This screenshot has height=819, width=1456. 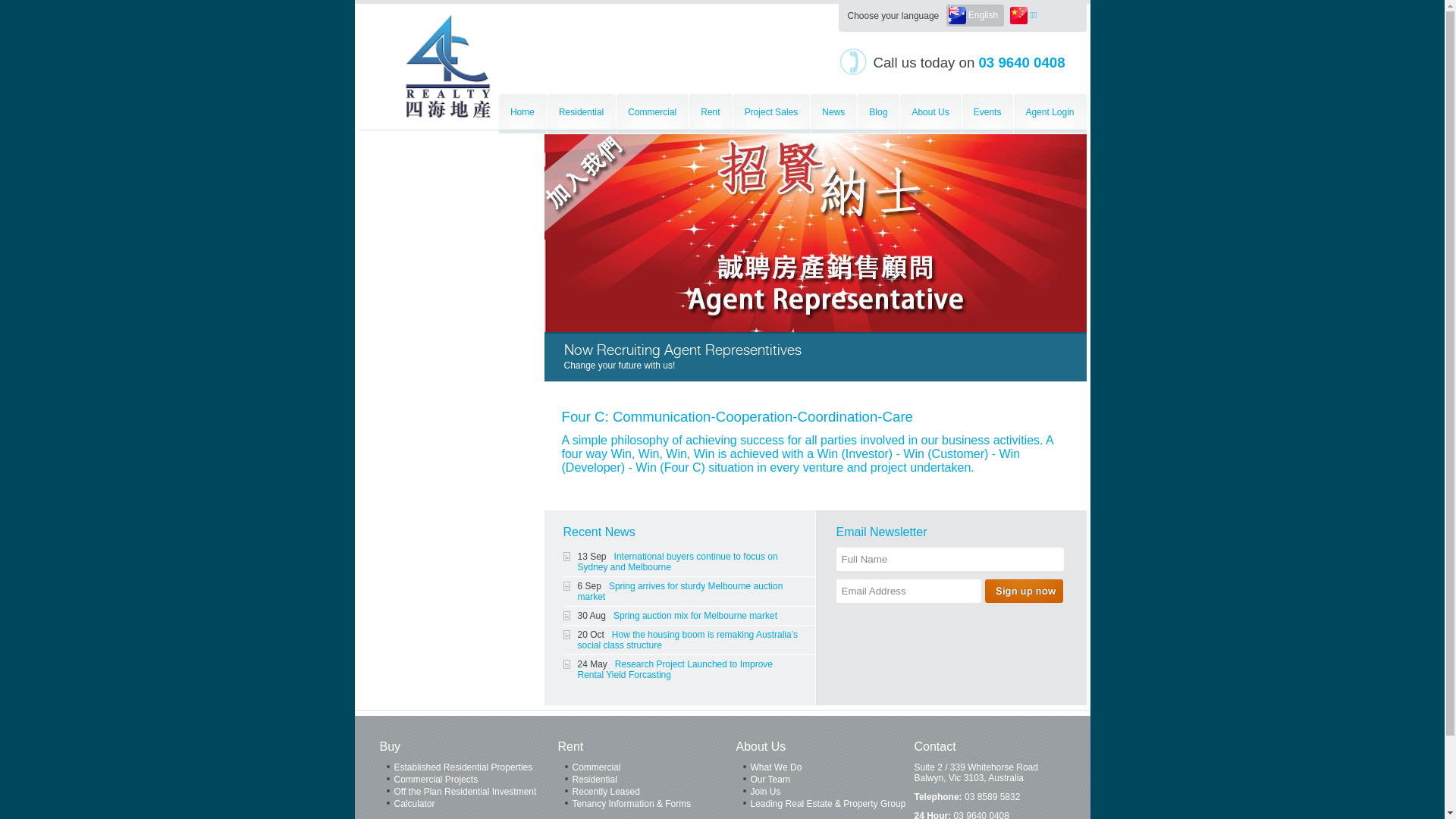 I want to click on ' English', so click(x=975, y=15).